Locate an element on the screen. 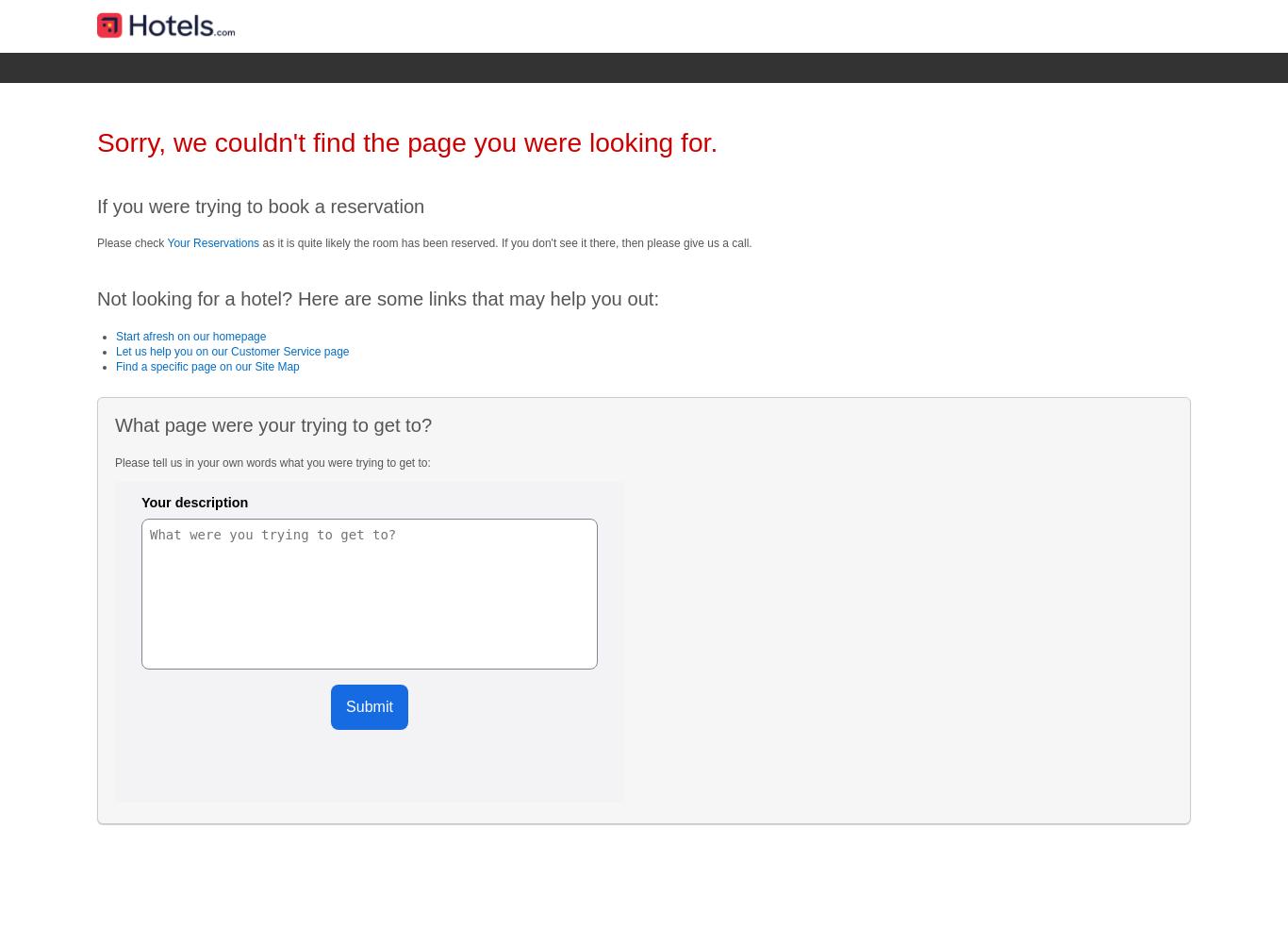  'Find a specific page on our Site Map' is located at coordinates (206, 367).